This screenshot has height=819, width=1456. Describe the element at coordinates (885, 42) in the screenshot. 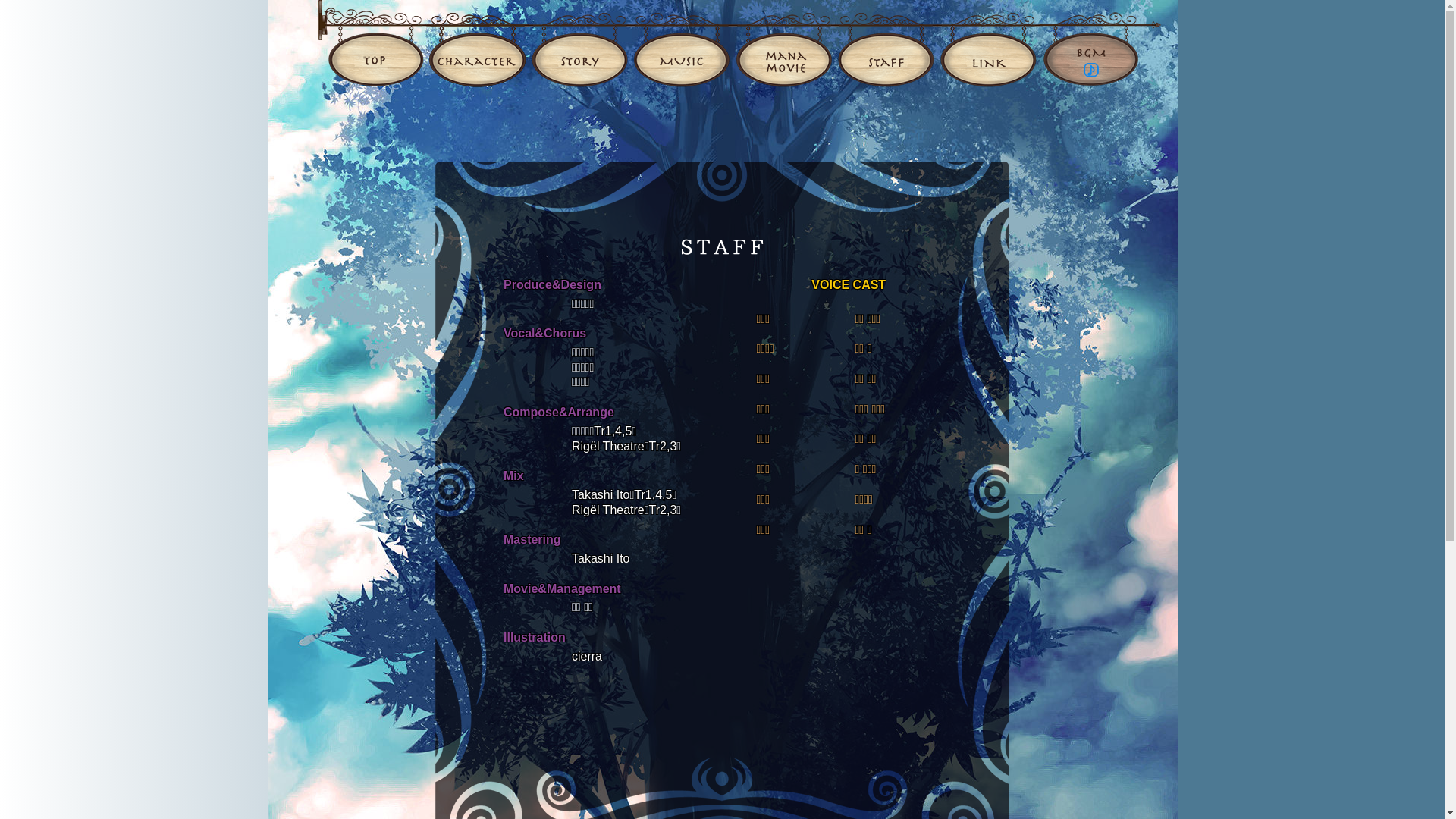

I see `'STAFF'` at that location.